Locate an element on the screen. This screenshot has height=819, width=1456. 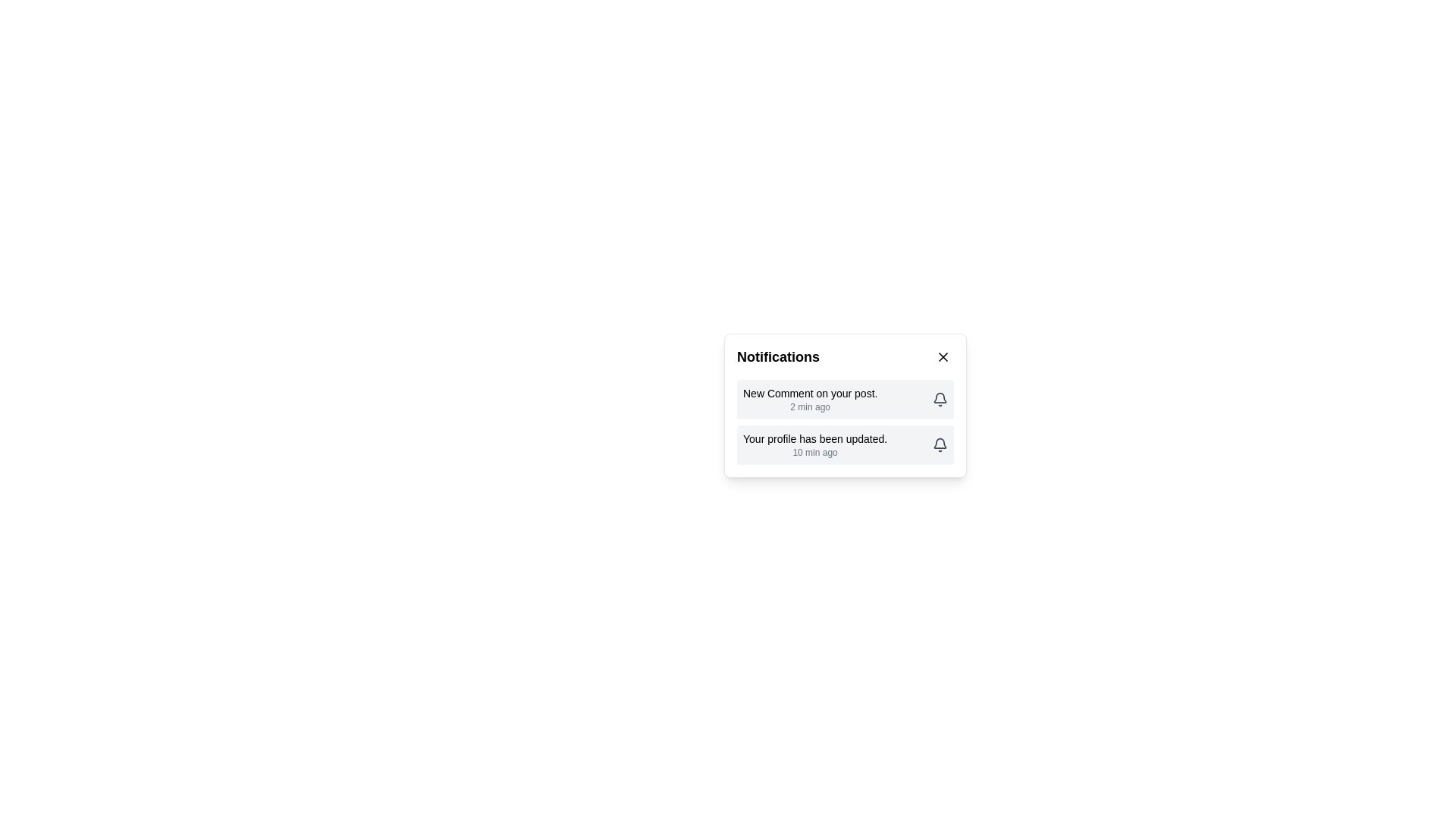
the static text element that serves as the main title of a notification about new comment activity, located in the notifications panel is located at coordinates (809, 393).